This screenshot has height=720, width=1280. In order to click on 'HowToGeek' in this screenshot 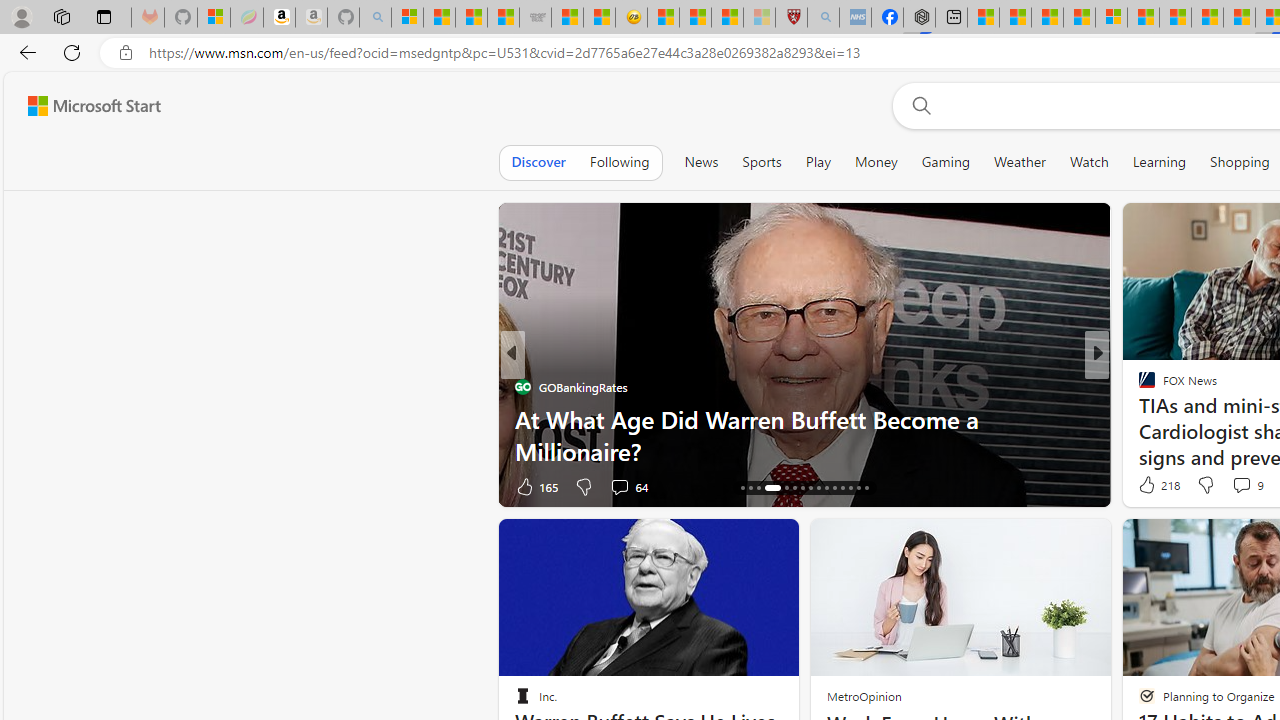, I will do `click(1138, 418)`.